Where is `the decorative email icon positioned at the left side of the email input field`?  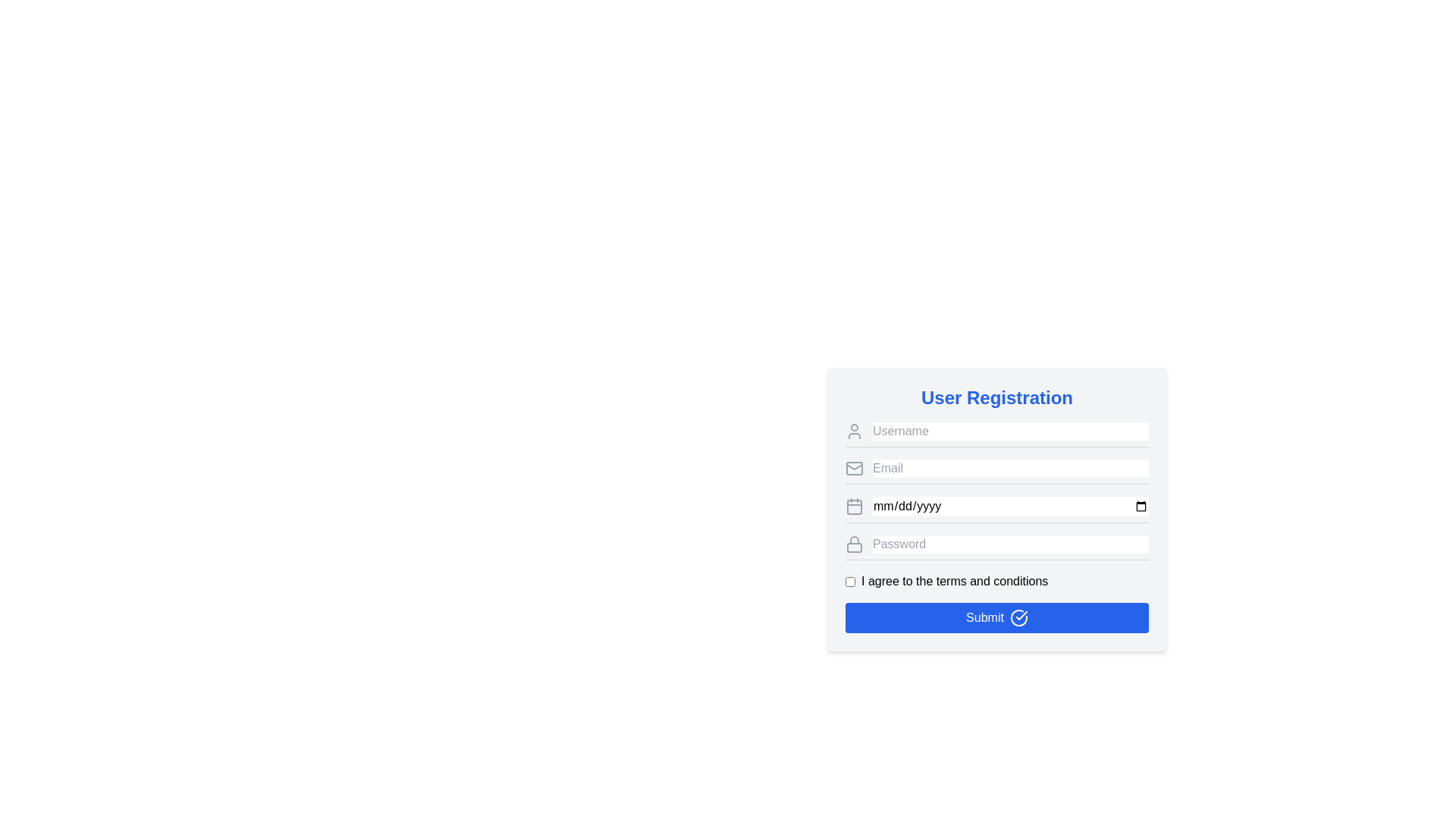
the decorative email icon positioned at the left side of the email input field is located at coordinates (855, 467).